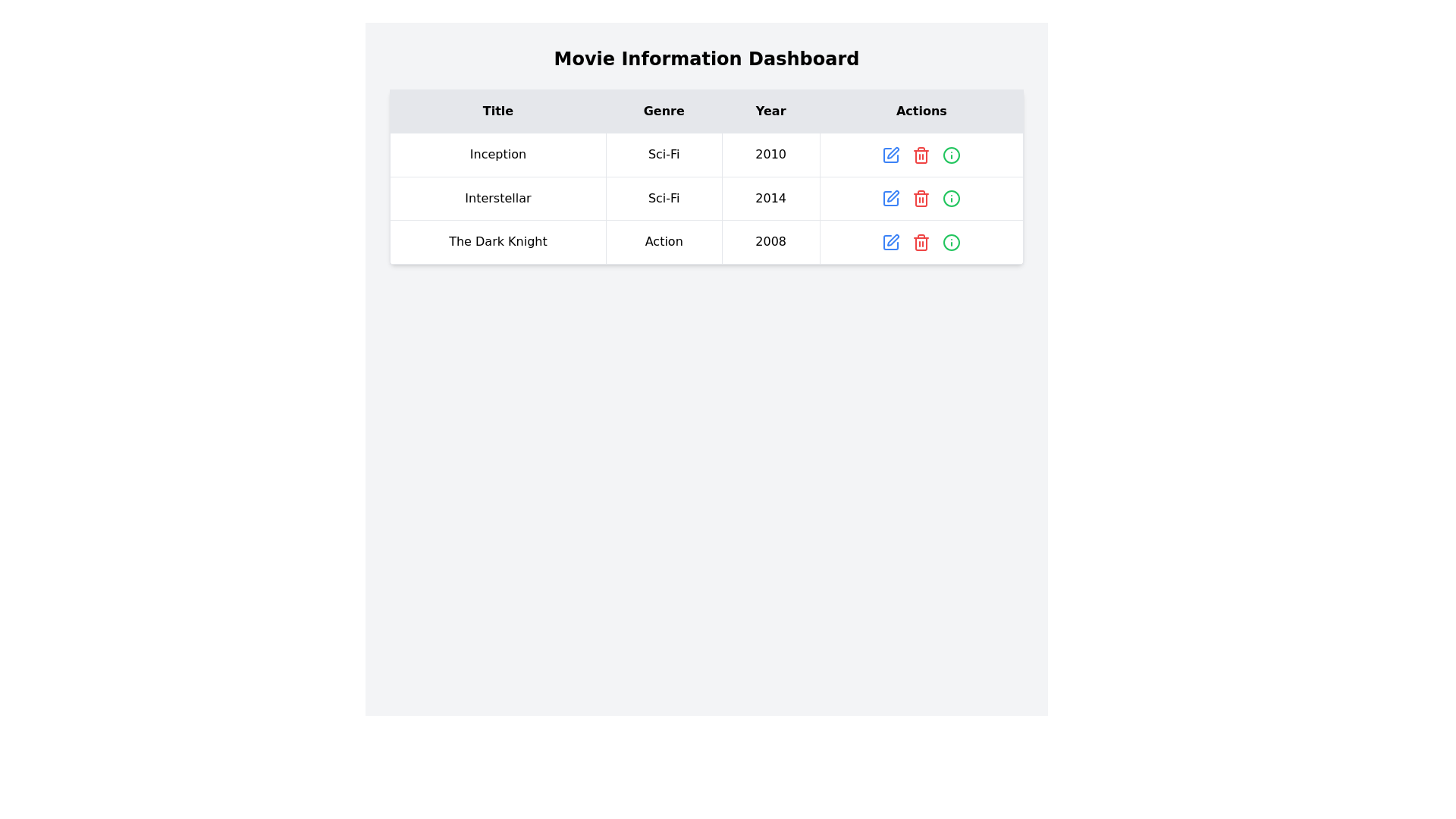 The image size is (1456, 819). Describe the element at coordinates (921, 241) in the screenshot. I see `the delete record icon located in the second position of the action column in the third row of the table` at that location.